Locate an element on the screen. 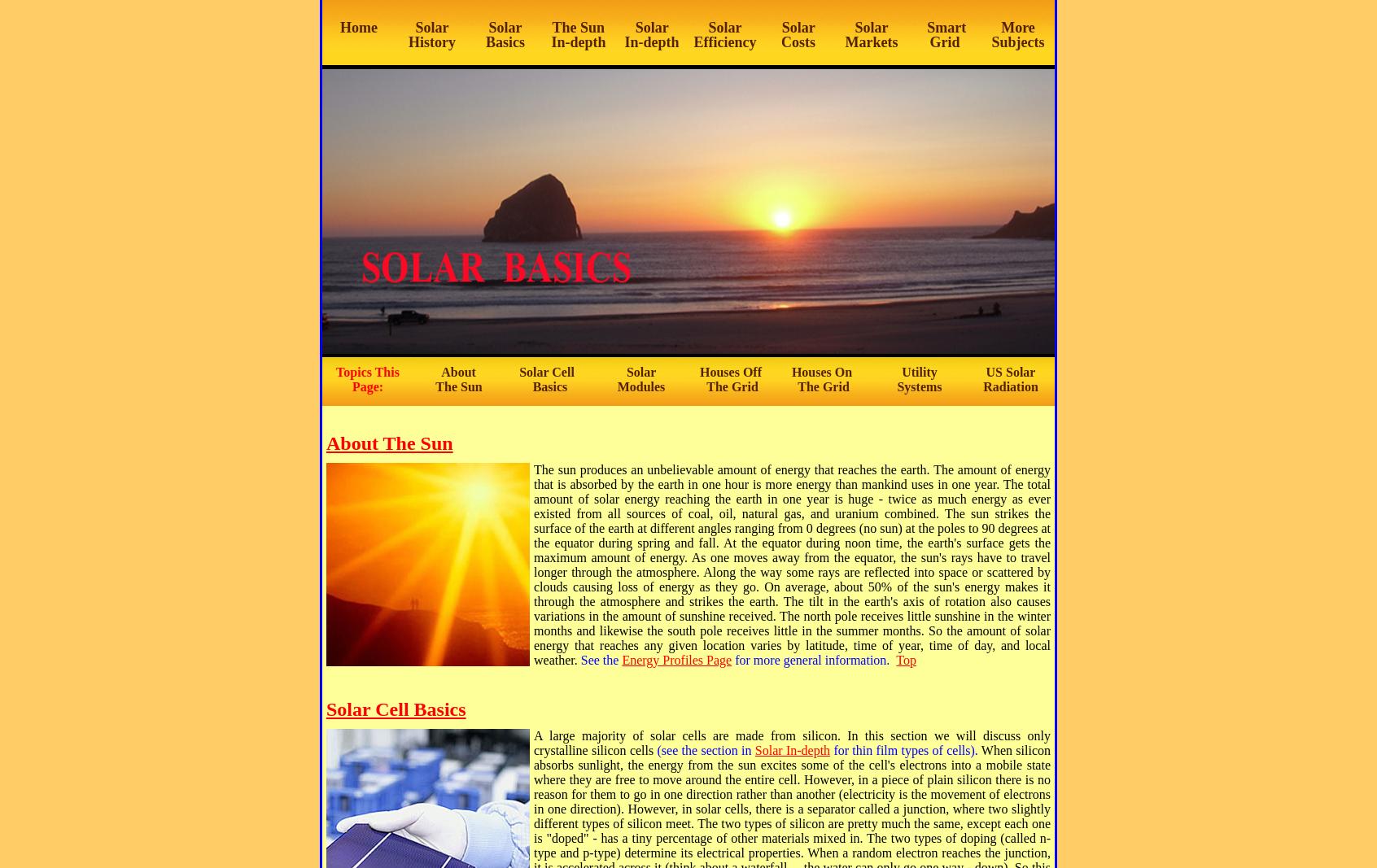 The image size is (1377, 868). 'See the' is located at coordinates (598, 659).